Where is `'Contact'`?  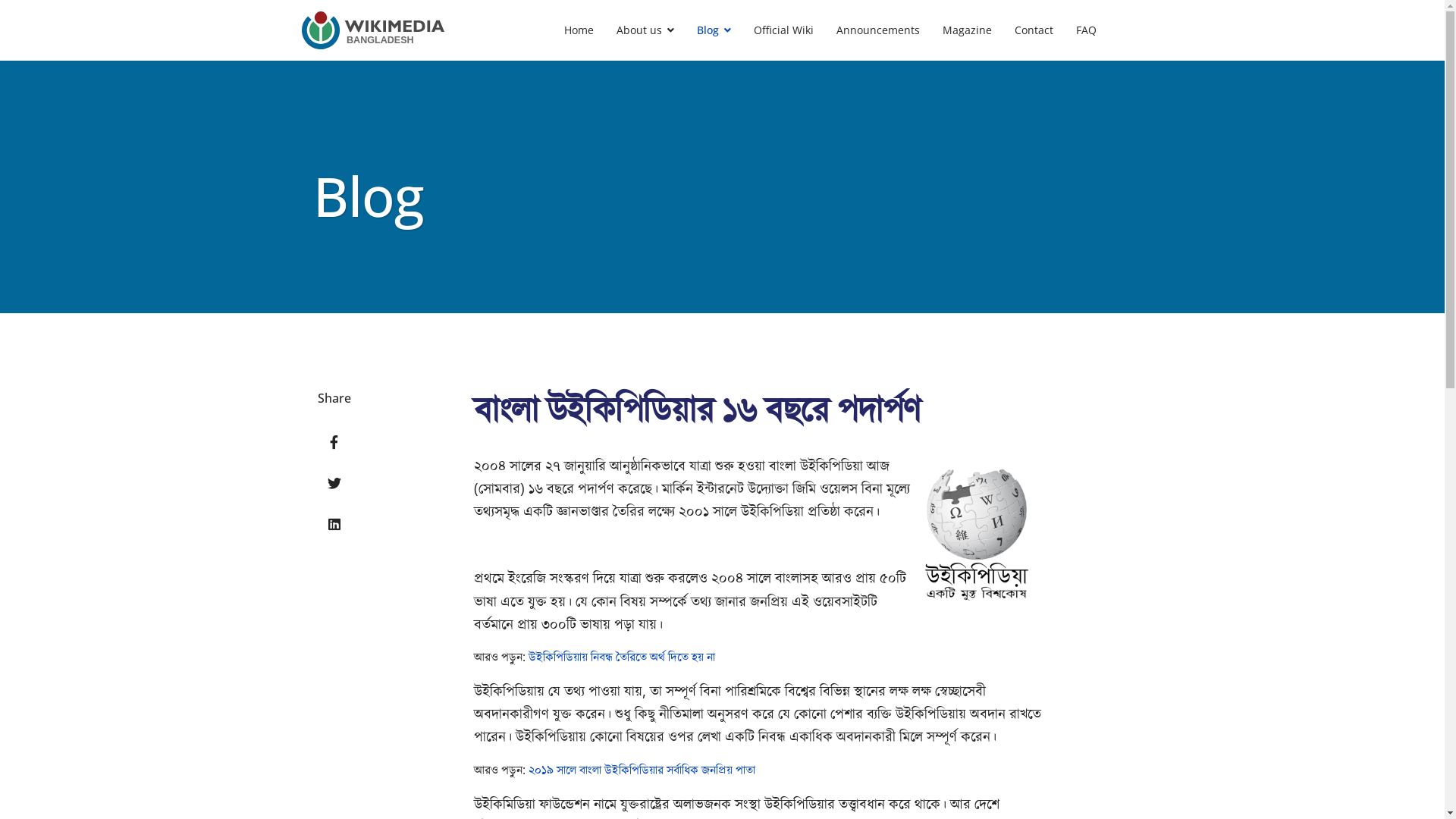 'Contact' is located at coordinates (1033, 30).